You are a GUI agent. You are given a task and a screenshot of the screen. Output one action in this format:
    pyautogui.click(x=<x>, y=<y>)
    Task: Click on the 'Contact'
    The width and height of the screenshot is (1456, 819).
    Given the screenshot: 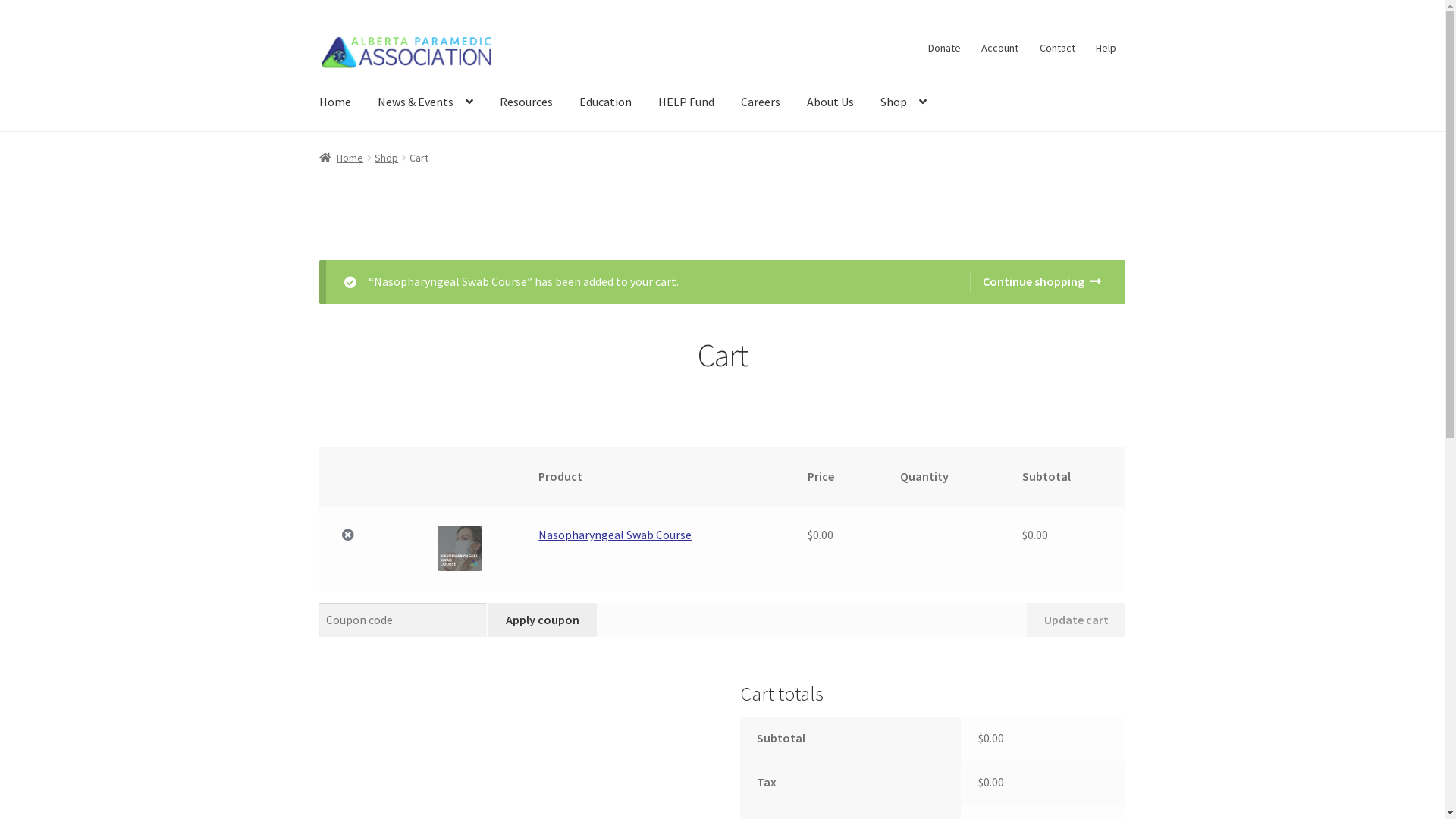 What is the action you would take?
    pyautogui.click(x=1056, y=46)
    